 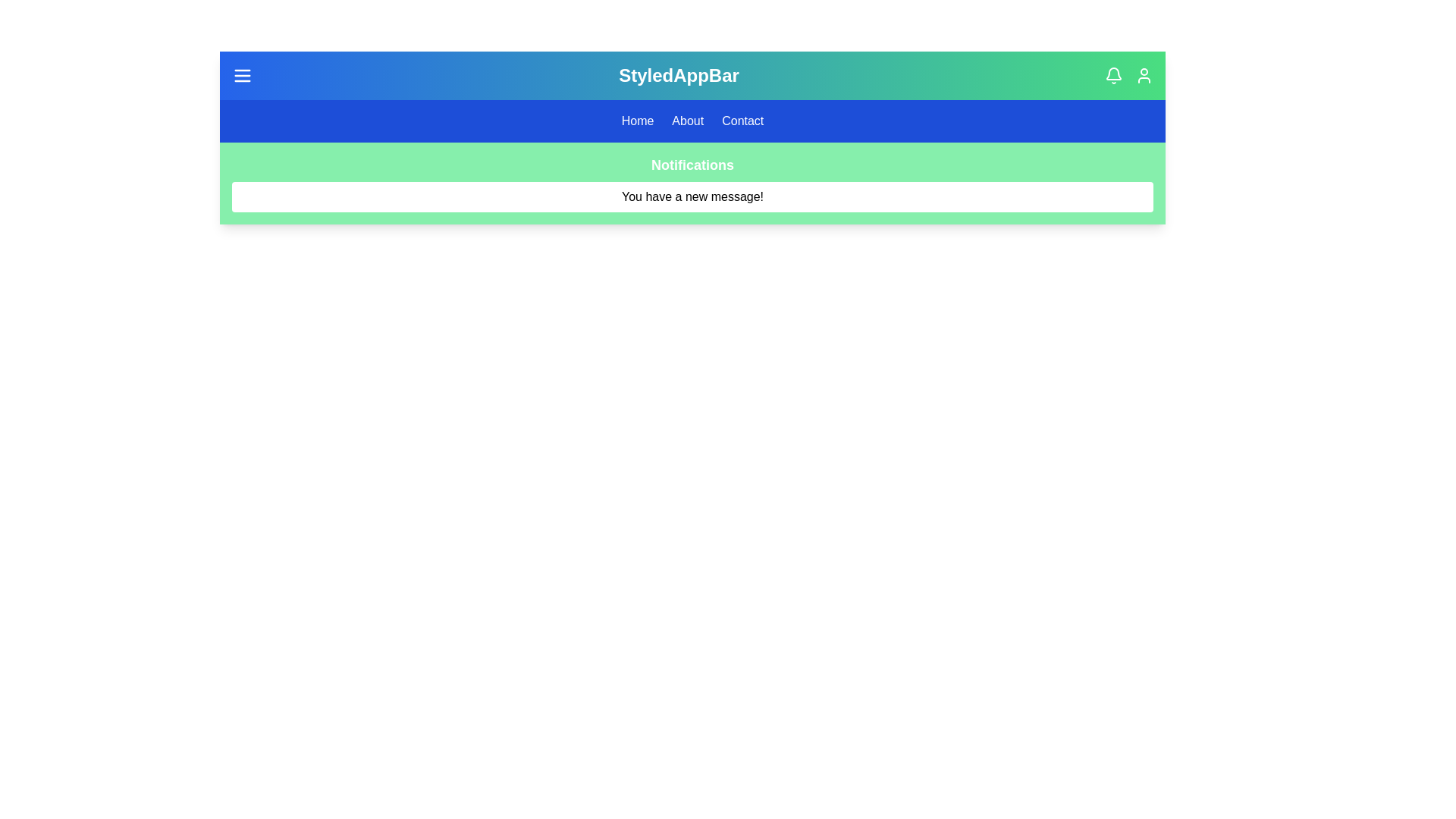 I want to click on the 'Home' navigation link, which is a white text label on a blue background, so click(x=637, y=120).